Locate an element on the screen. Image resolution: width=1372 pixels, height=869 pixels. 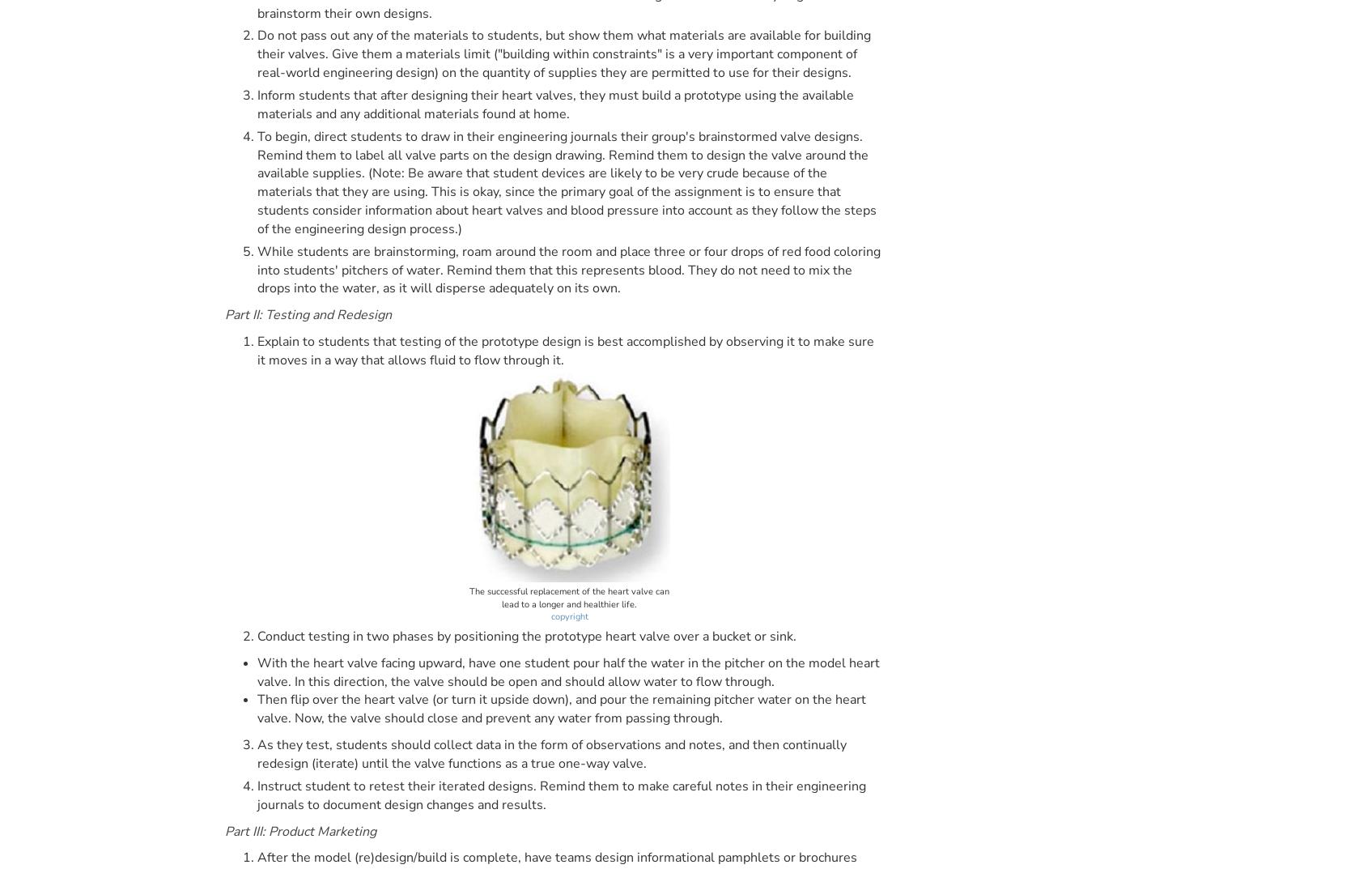
'Do not pass out any of the materials to students, but show them what materials are available for building their valves. Give them a materials limit ("building within constraints" is a very important component of real-world engineering design) on the quantity of supplies they are permitted to use for their designs.' is located at coordinates (563, 53).